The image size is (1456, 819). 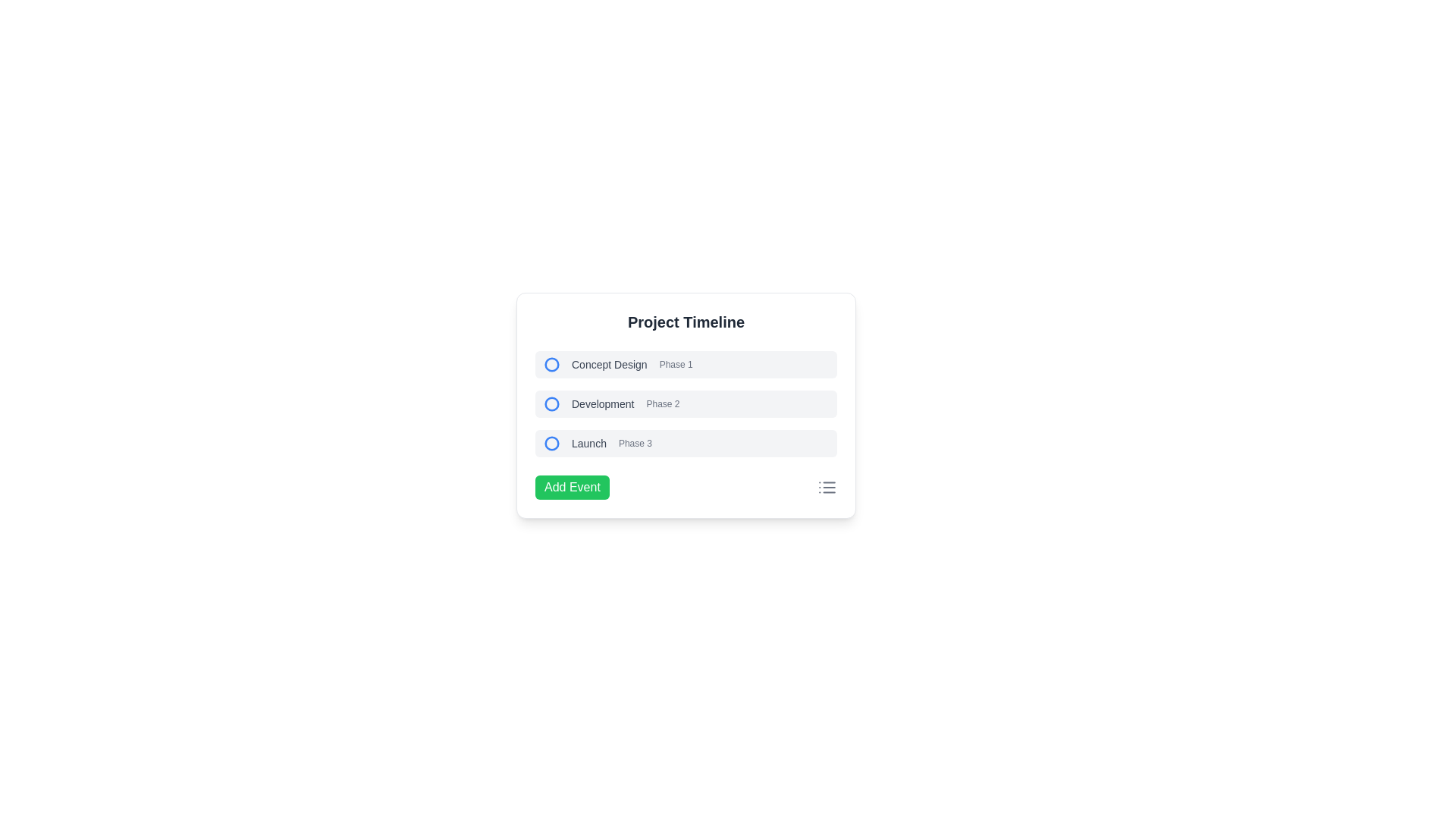 I want to click on text 'Development' from the text label located to the right of the blue circle icon and to the left of 'Phase 2' in the second item of the vertically stacked list, so click(x=602, y=403).